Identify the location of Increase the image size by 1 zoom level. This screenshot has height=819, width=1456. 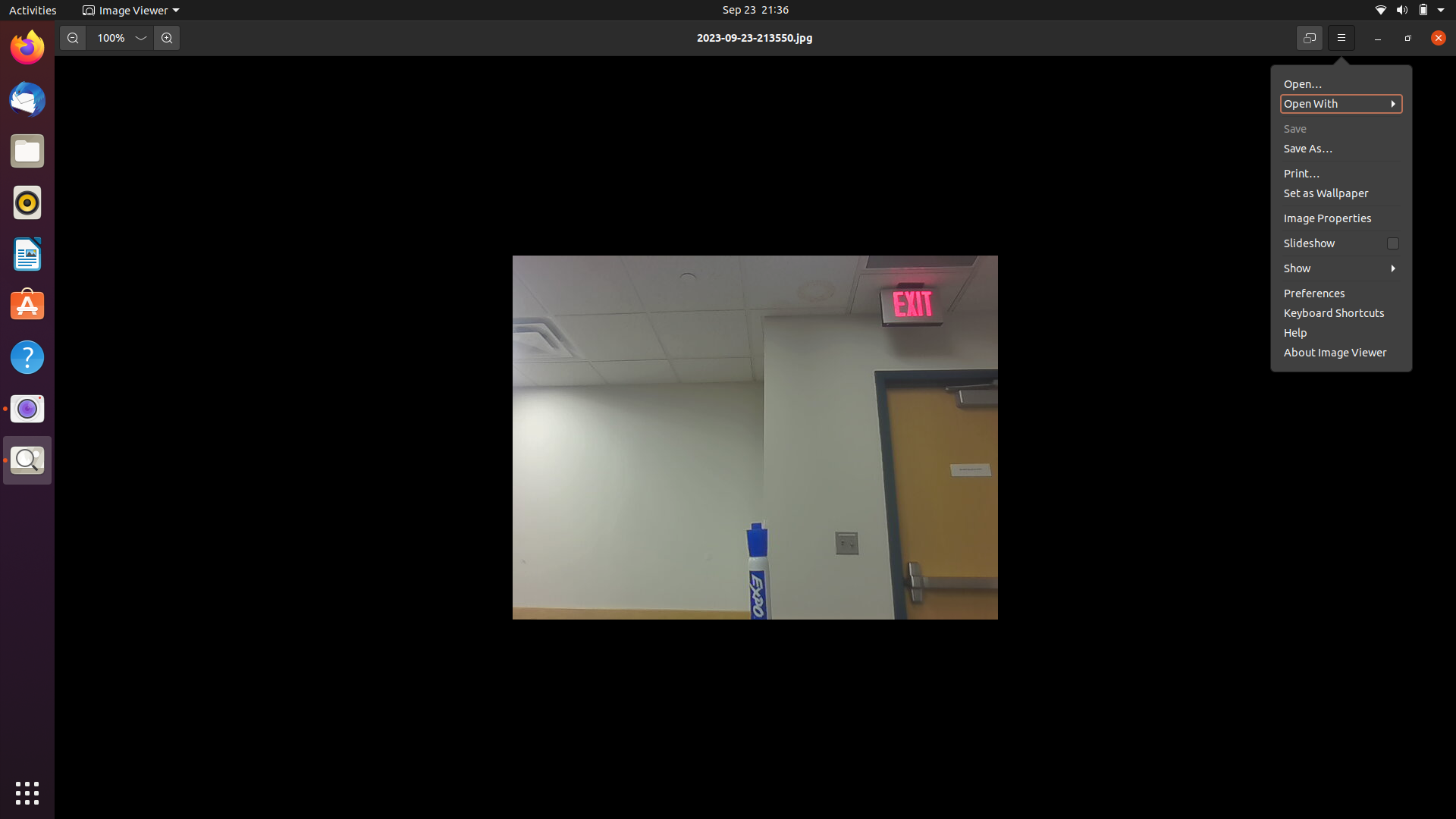
(166, 37).